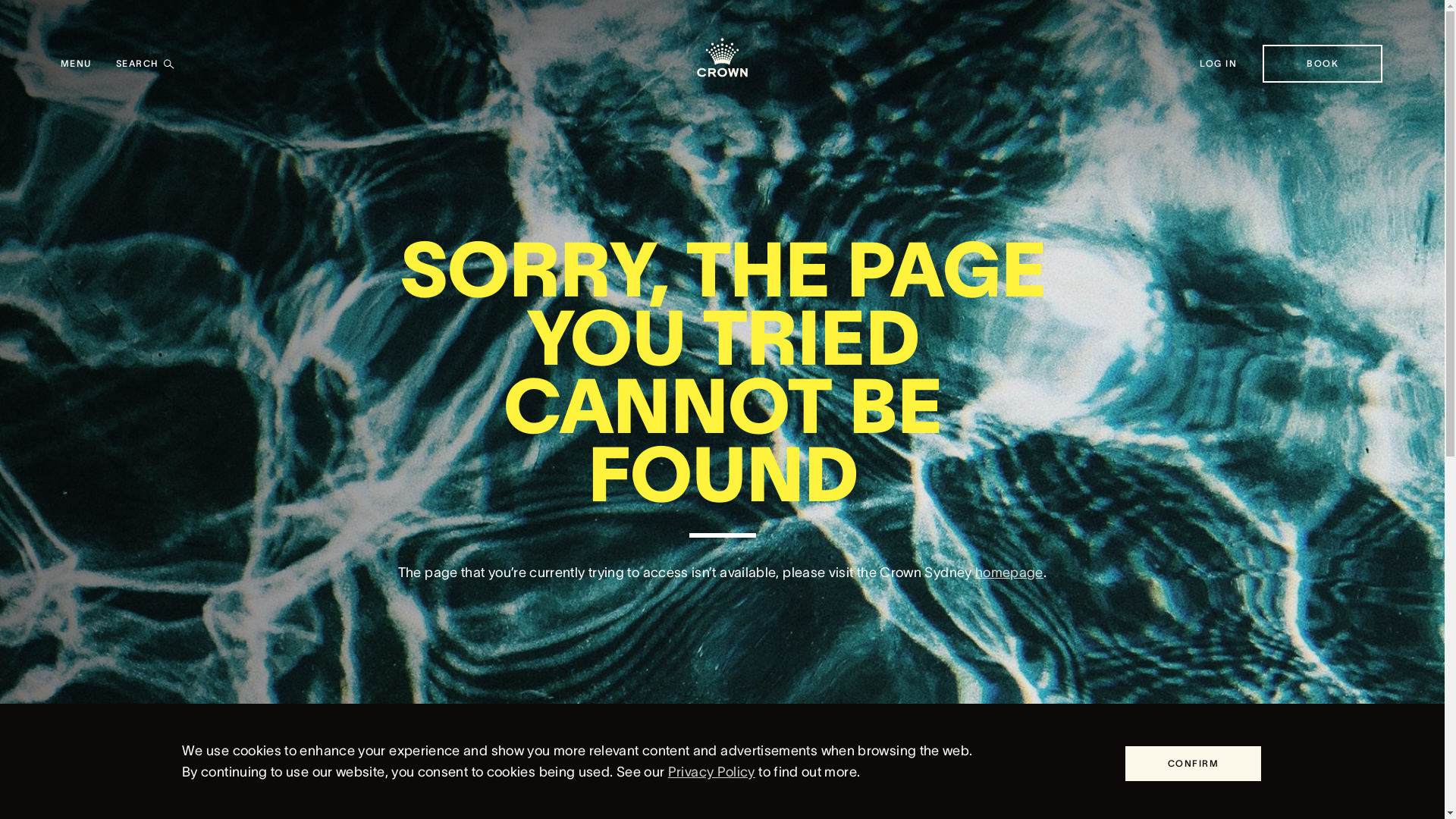 This screenshot has height=819, width=1456. What do you see at coordinates (115, 63) in the screenshot?
I see `'SEARCH'` at bounding box center [115, 63].